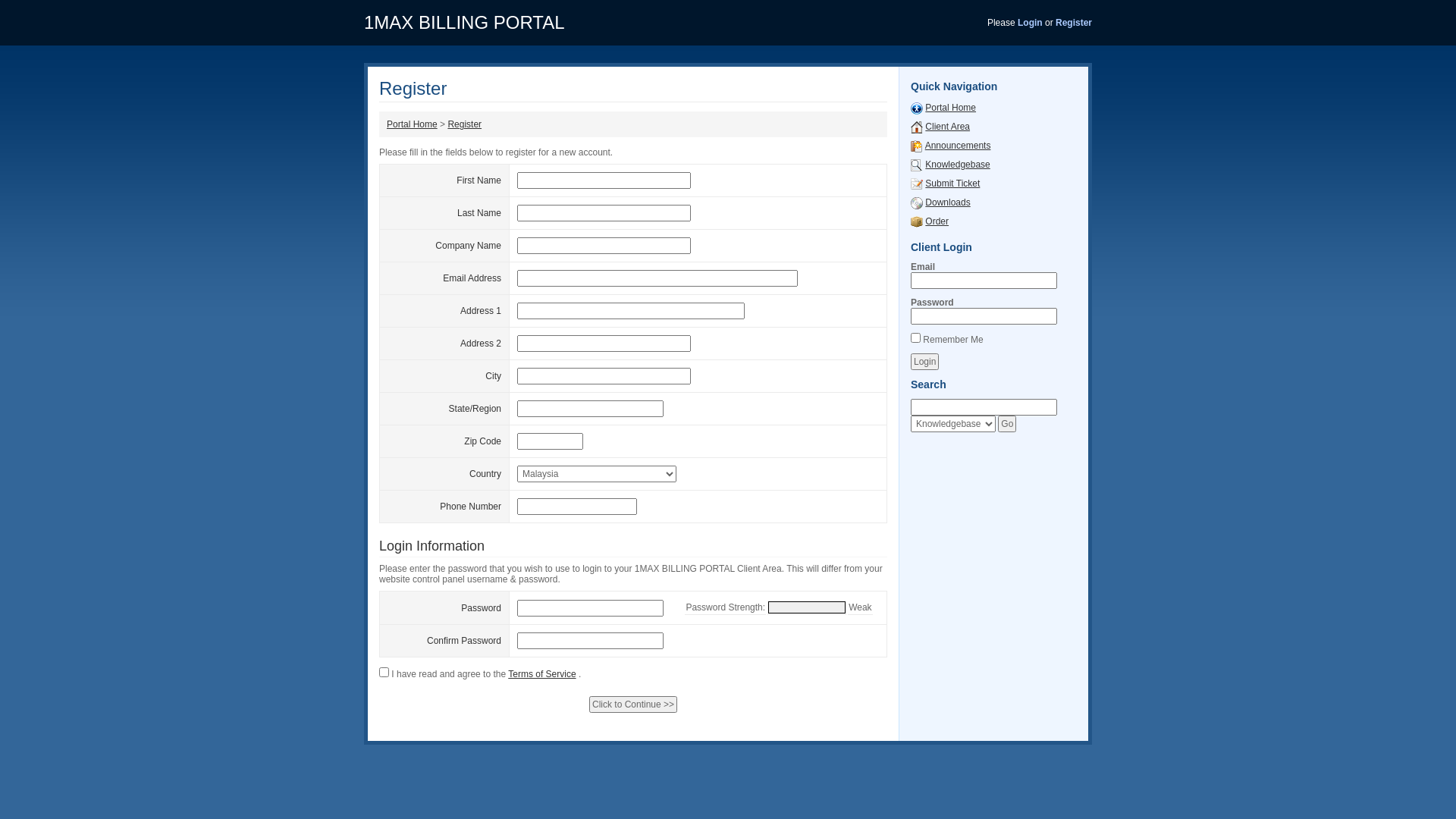 The width and height of the screenshot is (1456, 819). What do you see at coordinates (924, 146) in the screenshot?
I see `'Announcements'` at bounding box center [924, 146].